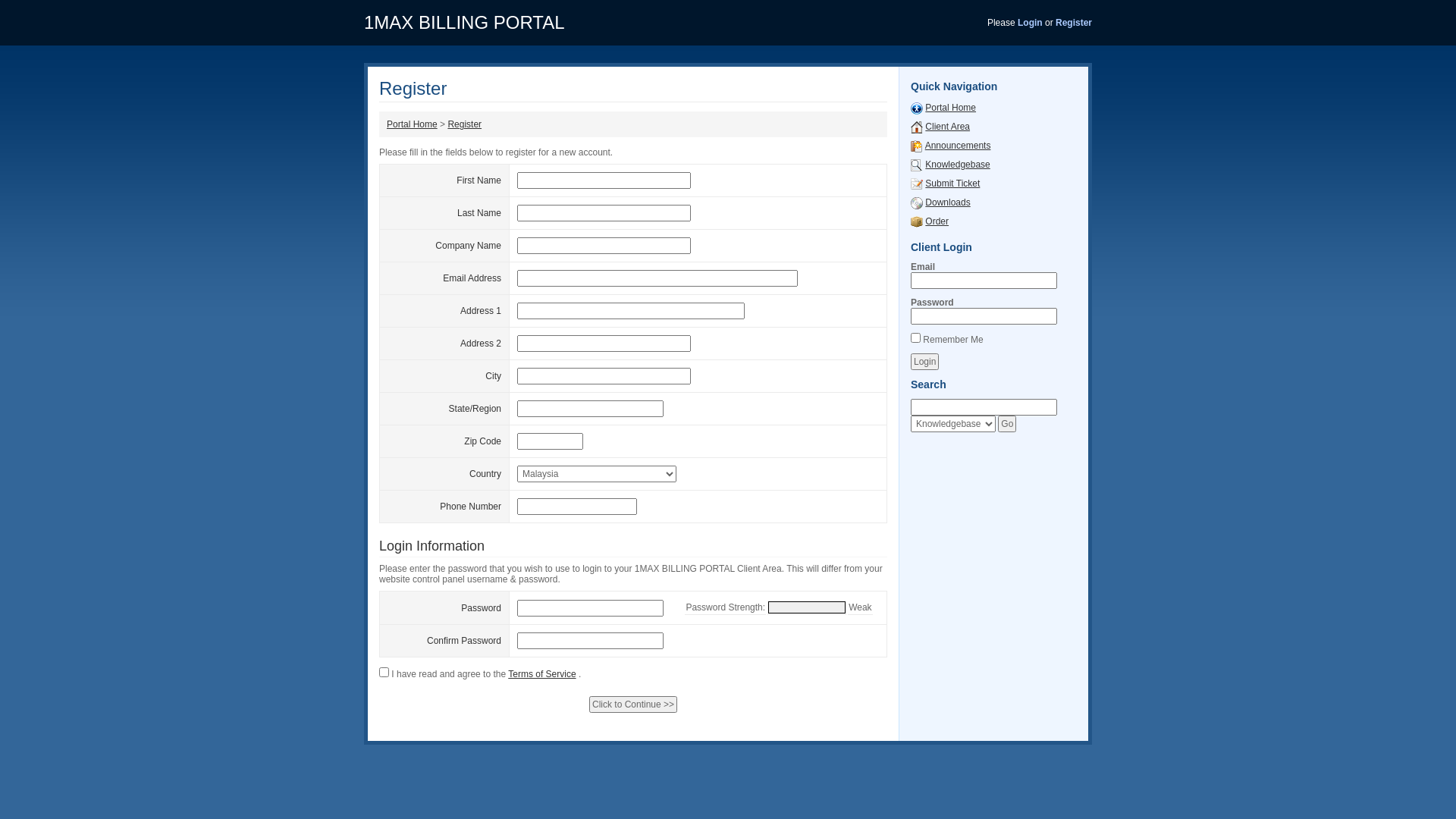 The width and height of the screenshot is (1456, 819). What do you see at coordinates (924, 146) in the screenshot?
I see `'Announcements'` at bounding box center [924, 146].